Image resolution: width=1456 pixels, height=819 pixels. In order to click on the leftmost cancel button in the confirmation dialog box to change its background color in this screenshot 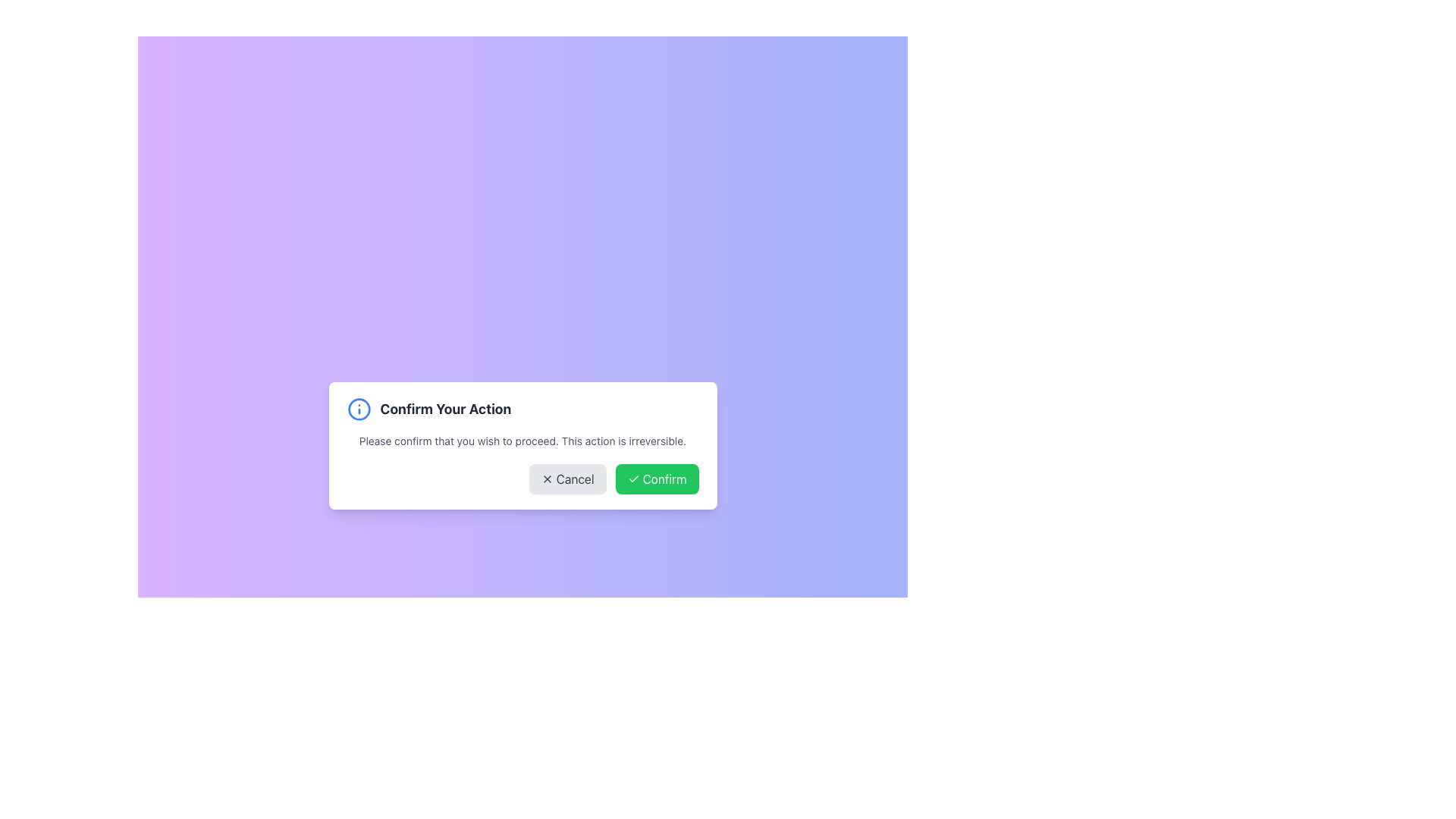, I will do `click(566, 479)`.